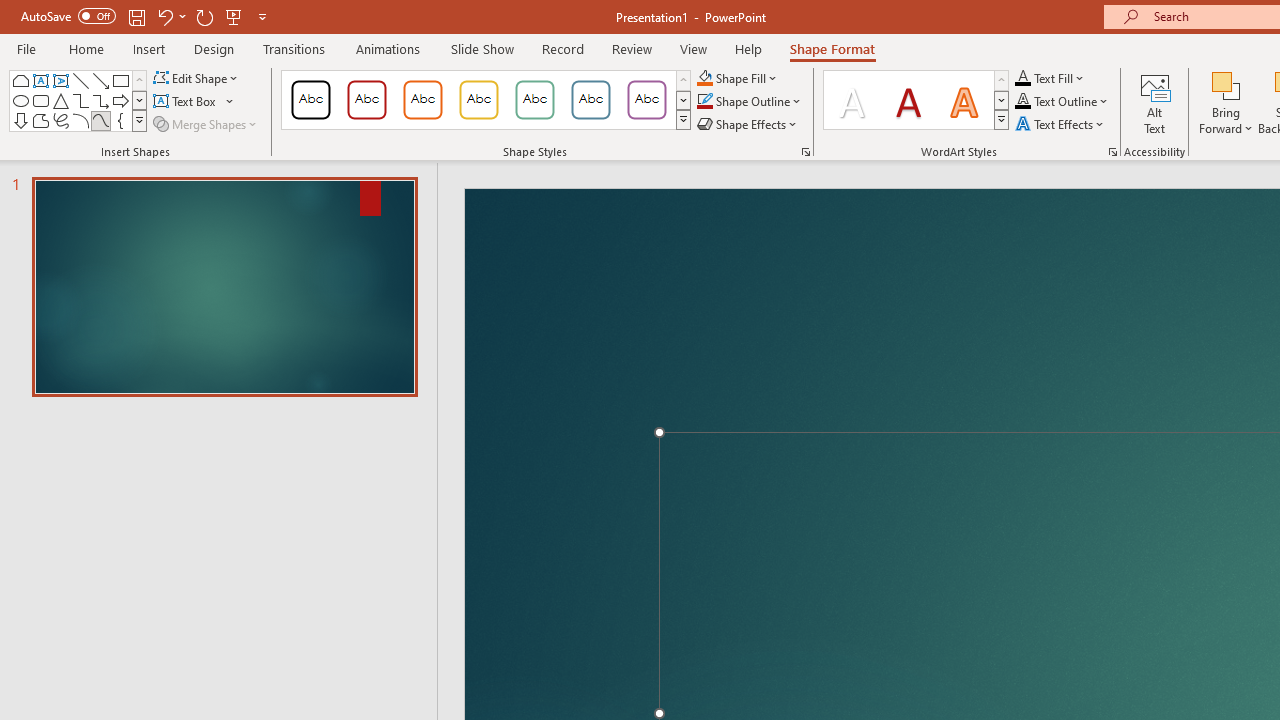 The image size is (1280, 720). What do you see at coordinates (262, 16) in the screenshot?
I see `'Customize Quick Access Toolbar'` at bounding box center [262, 16].